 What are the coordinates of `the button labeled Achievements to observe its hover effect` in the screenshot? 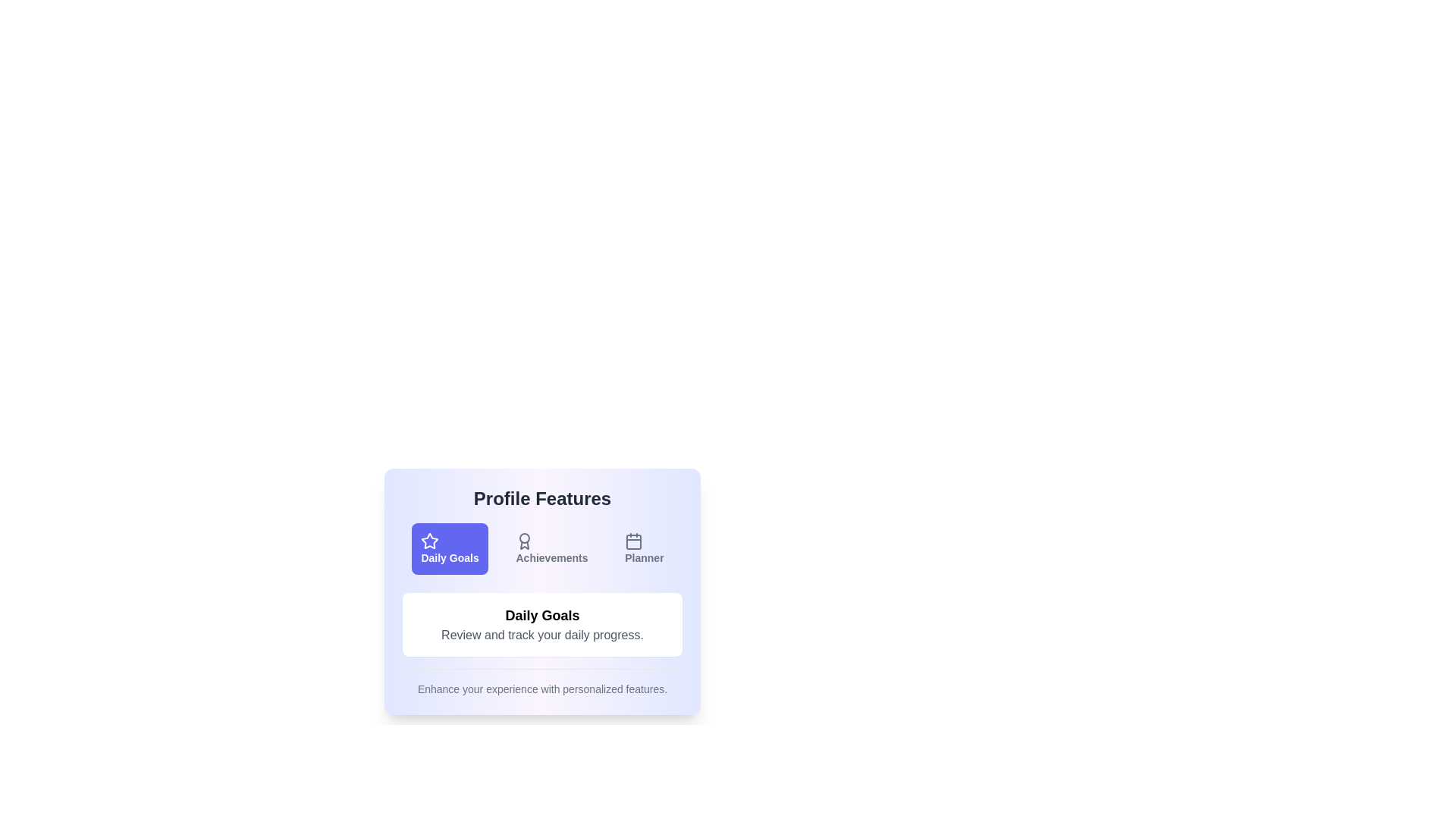 It's located at (551, 549).